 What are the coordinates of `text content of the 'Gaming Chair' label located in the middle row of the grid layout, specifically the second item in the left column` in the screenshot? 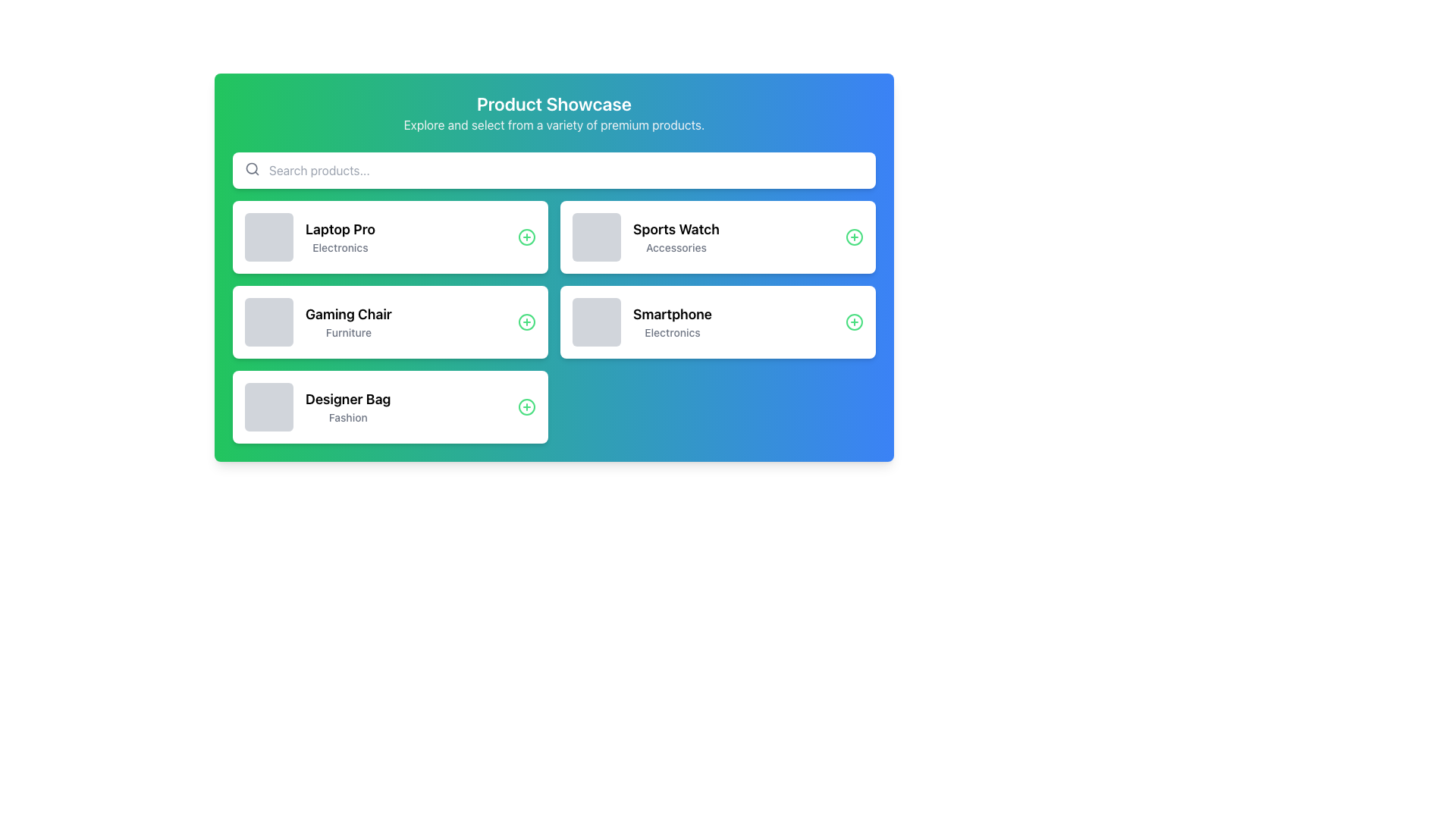 It's located at (347, 321).